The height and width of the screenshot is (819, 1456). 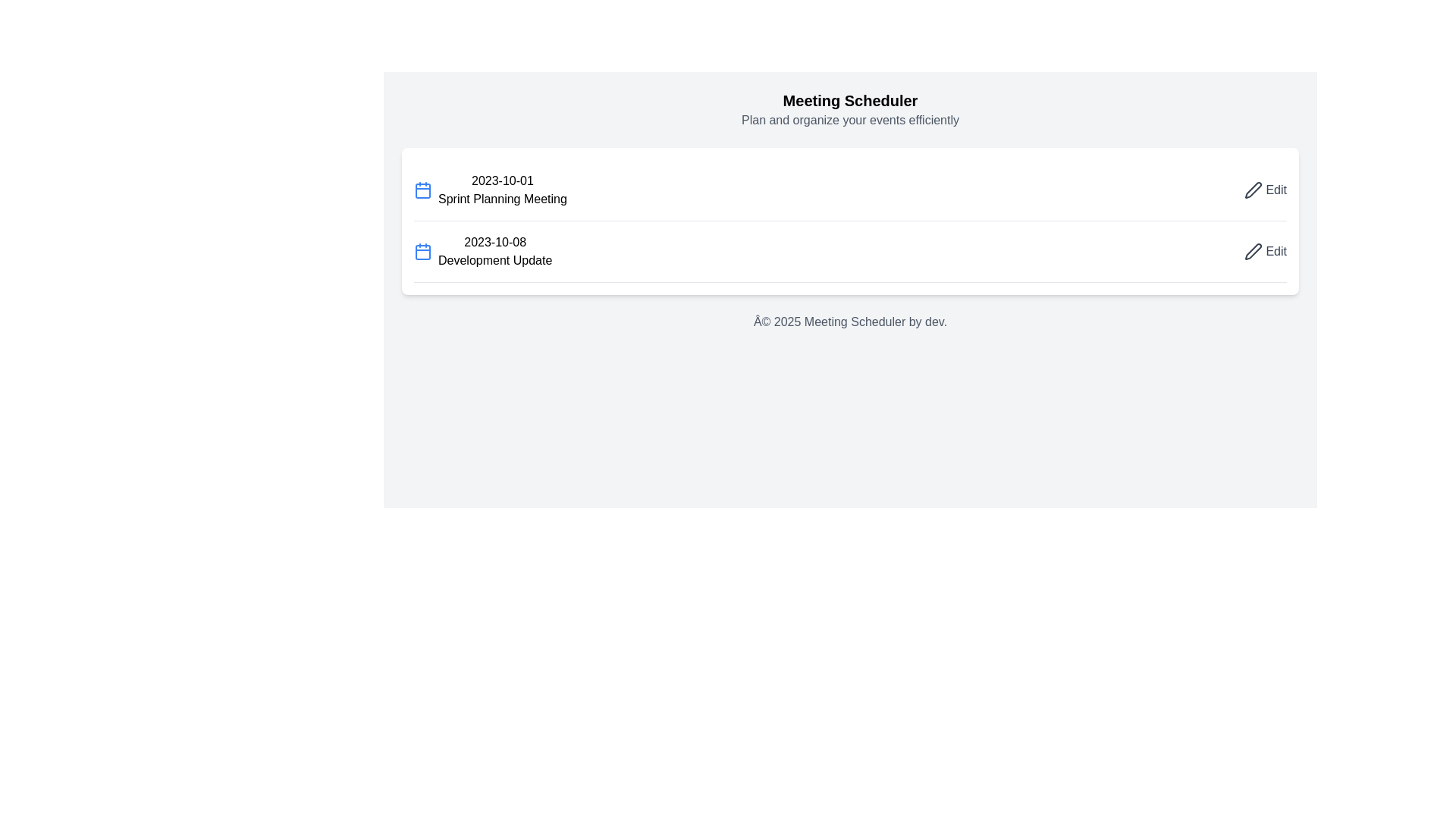 What do you see at coordinates (482, 250) in the screenshot?
I see `the second item in the event list, which features a blue calendar icon and the text '2023-10-08' followed by 'Development Update'` at bounding box center [482, 250].